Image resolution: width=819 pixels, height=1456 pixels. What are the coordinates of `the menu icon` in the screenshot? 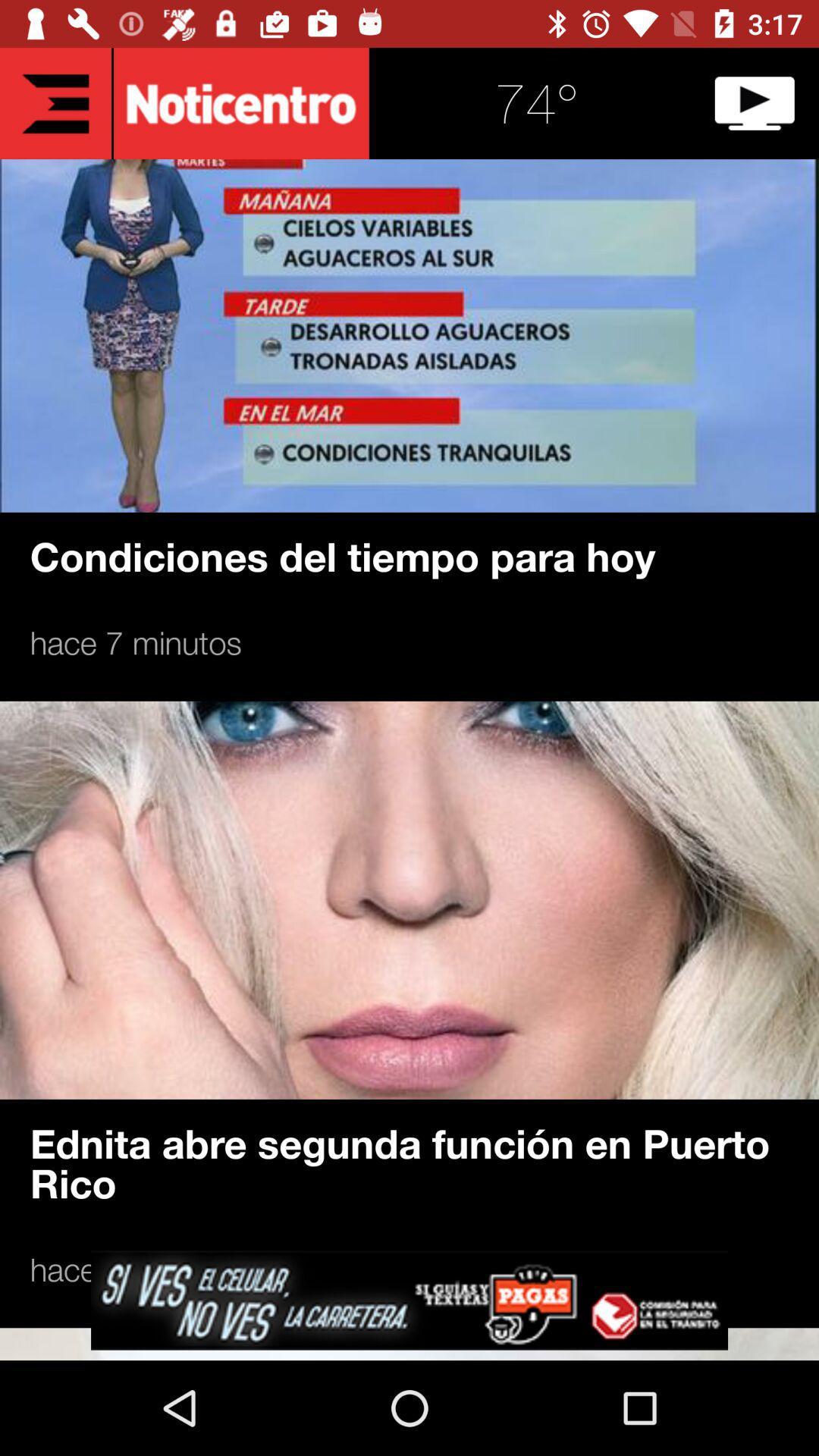 It's located at (55, 102).